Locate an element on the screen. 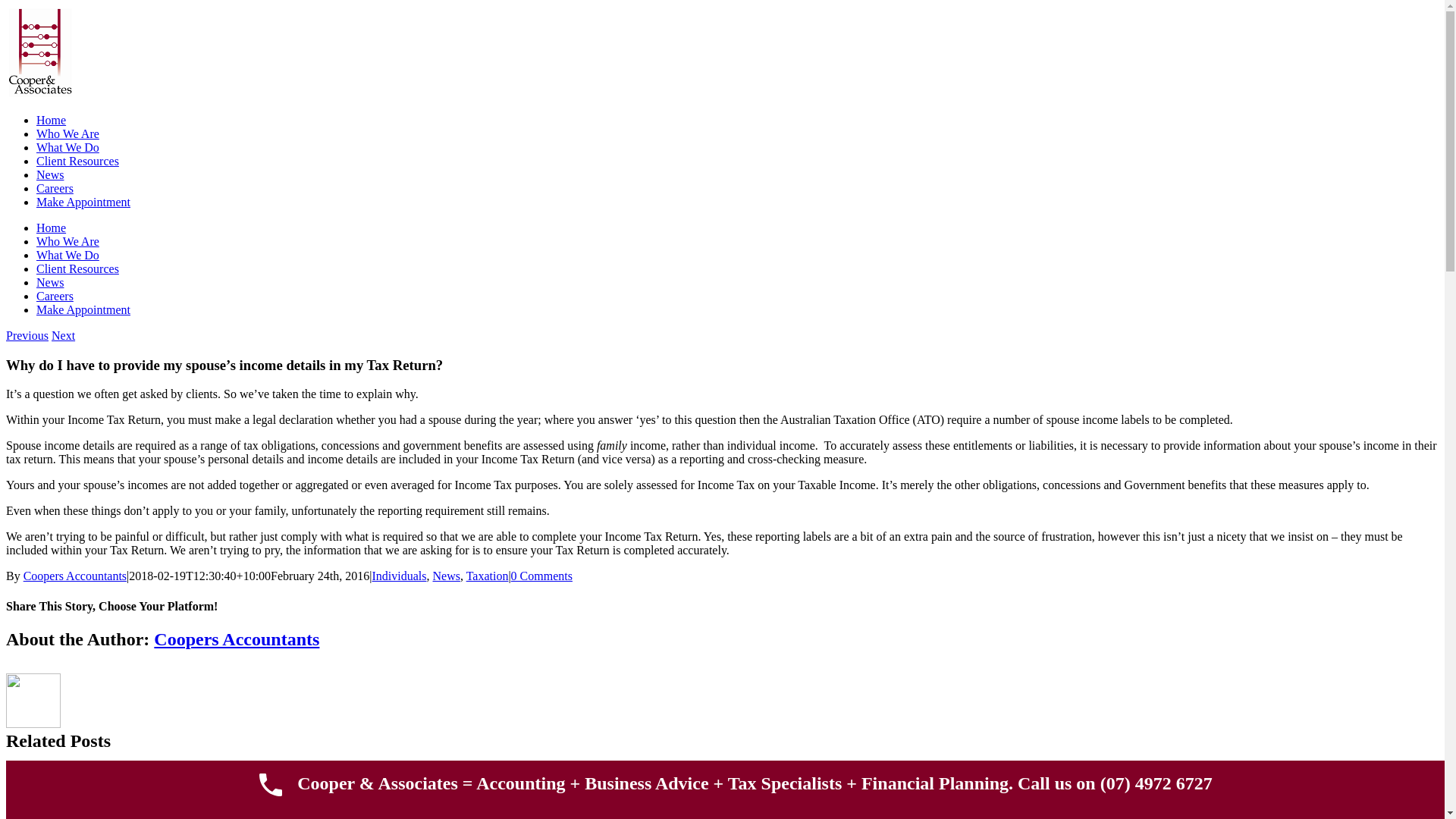 This screenshot has height=819, width=1456. 'Taxation' is located at coordinates (488, 576).